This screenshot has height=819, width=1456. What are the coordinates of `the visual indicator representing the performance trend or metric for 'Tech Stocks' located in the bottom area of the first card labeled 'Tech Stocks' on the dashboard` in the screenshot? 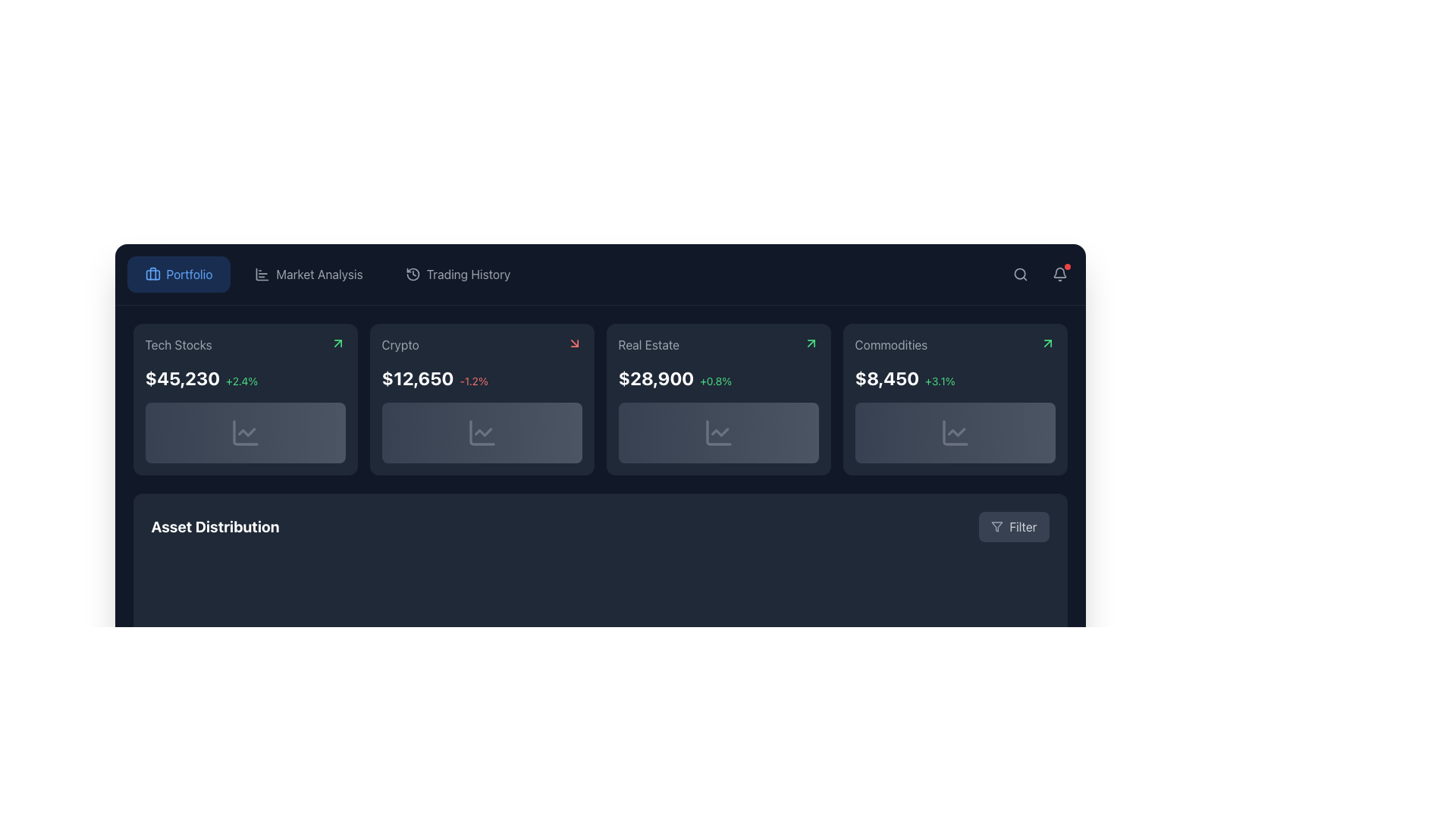 It's located at (245, 432).